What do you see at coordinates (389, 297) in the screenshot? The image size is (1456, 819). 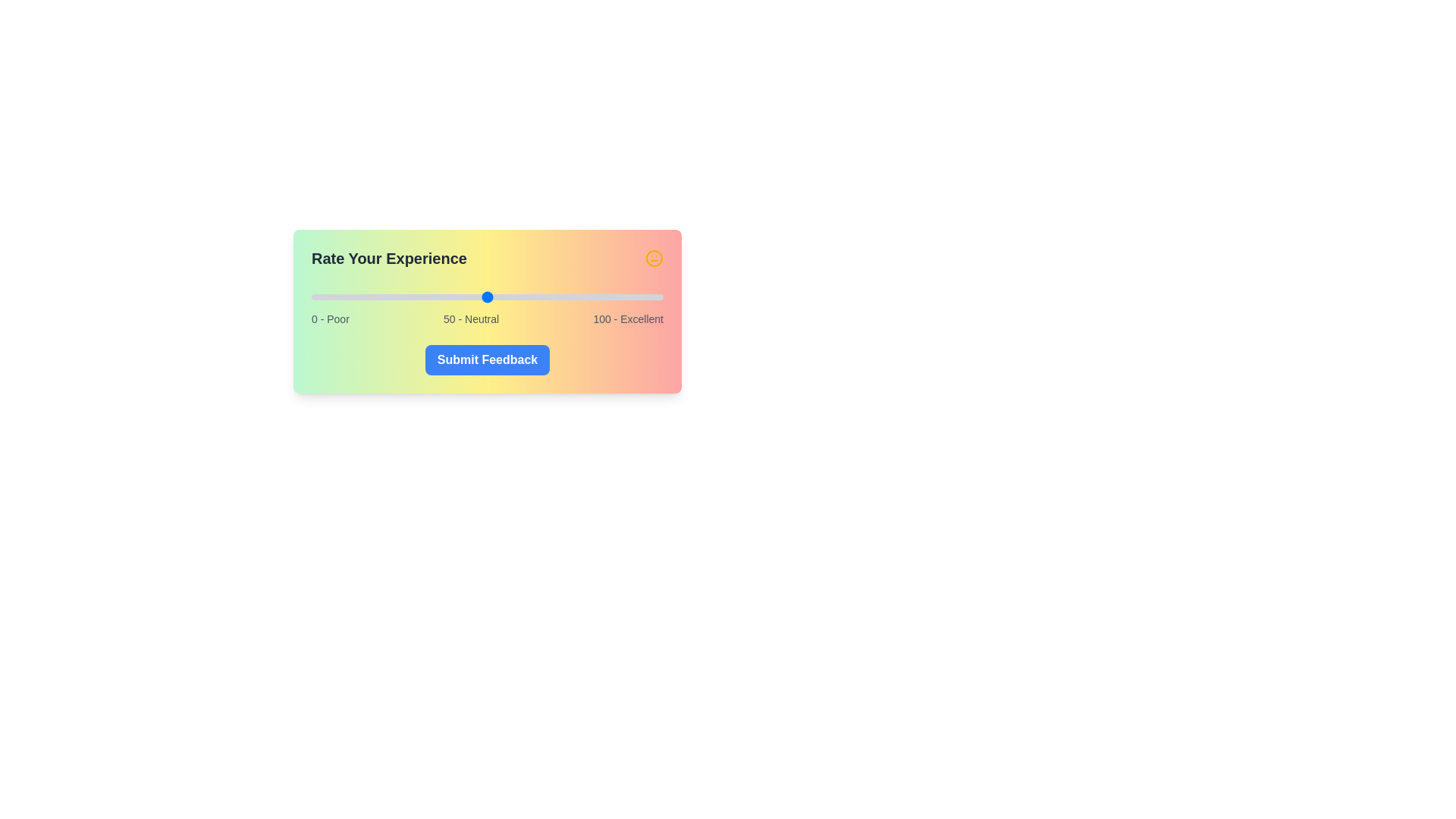 I see `the satisfaction slider to 22 value` at bounding box center [389, 297].